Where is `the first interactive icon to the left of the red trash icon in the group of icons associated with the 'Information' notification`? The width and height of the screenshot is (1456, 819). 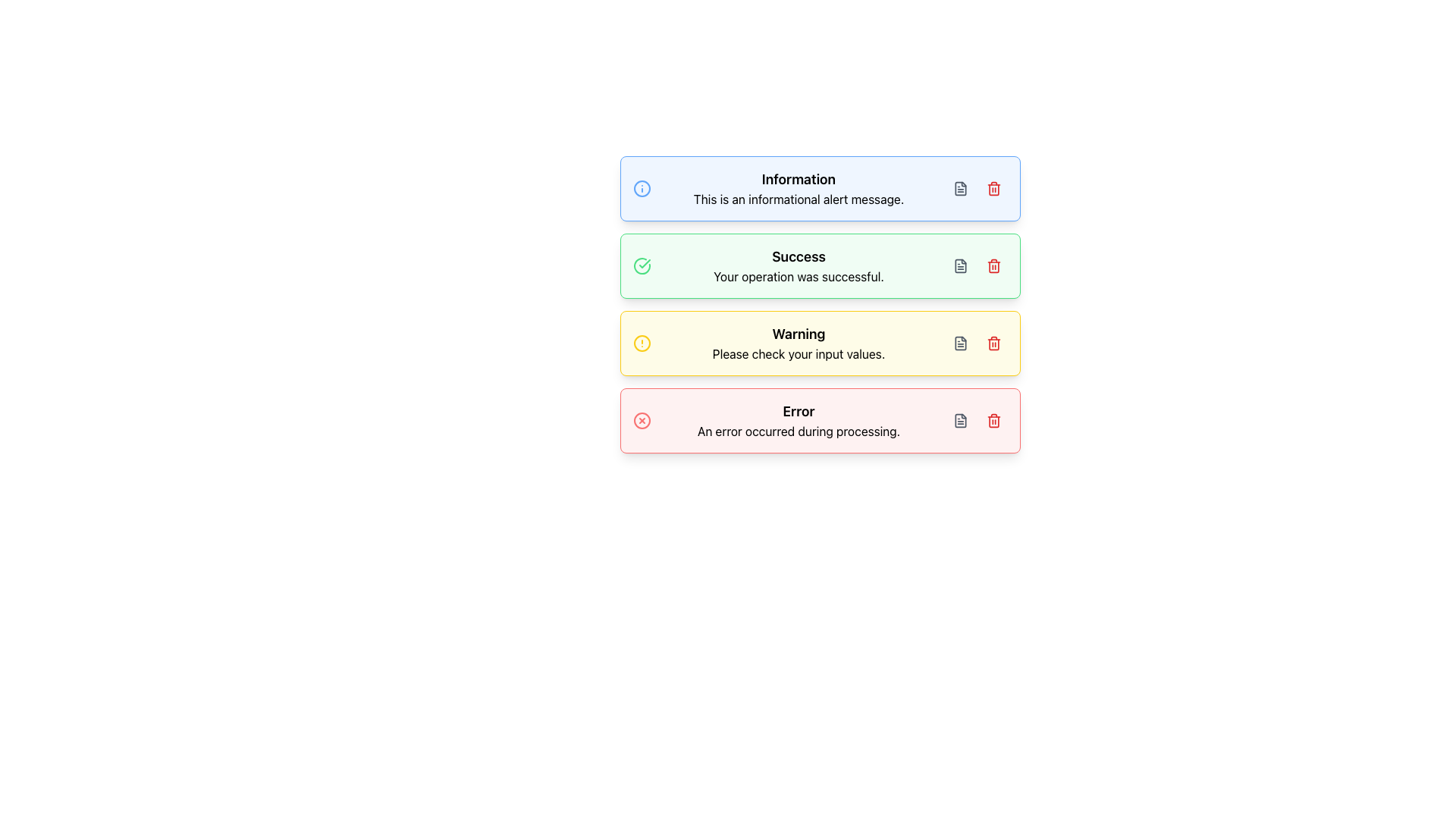
the first interactive icon to the left of the red trash icon in the group of icons associated with the 'Information' notification is located at coordinates (959, 188).